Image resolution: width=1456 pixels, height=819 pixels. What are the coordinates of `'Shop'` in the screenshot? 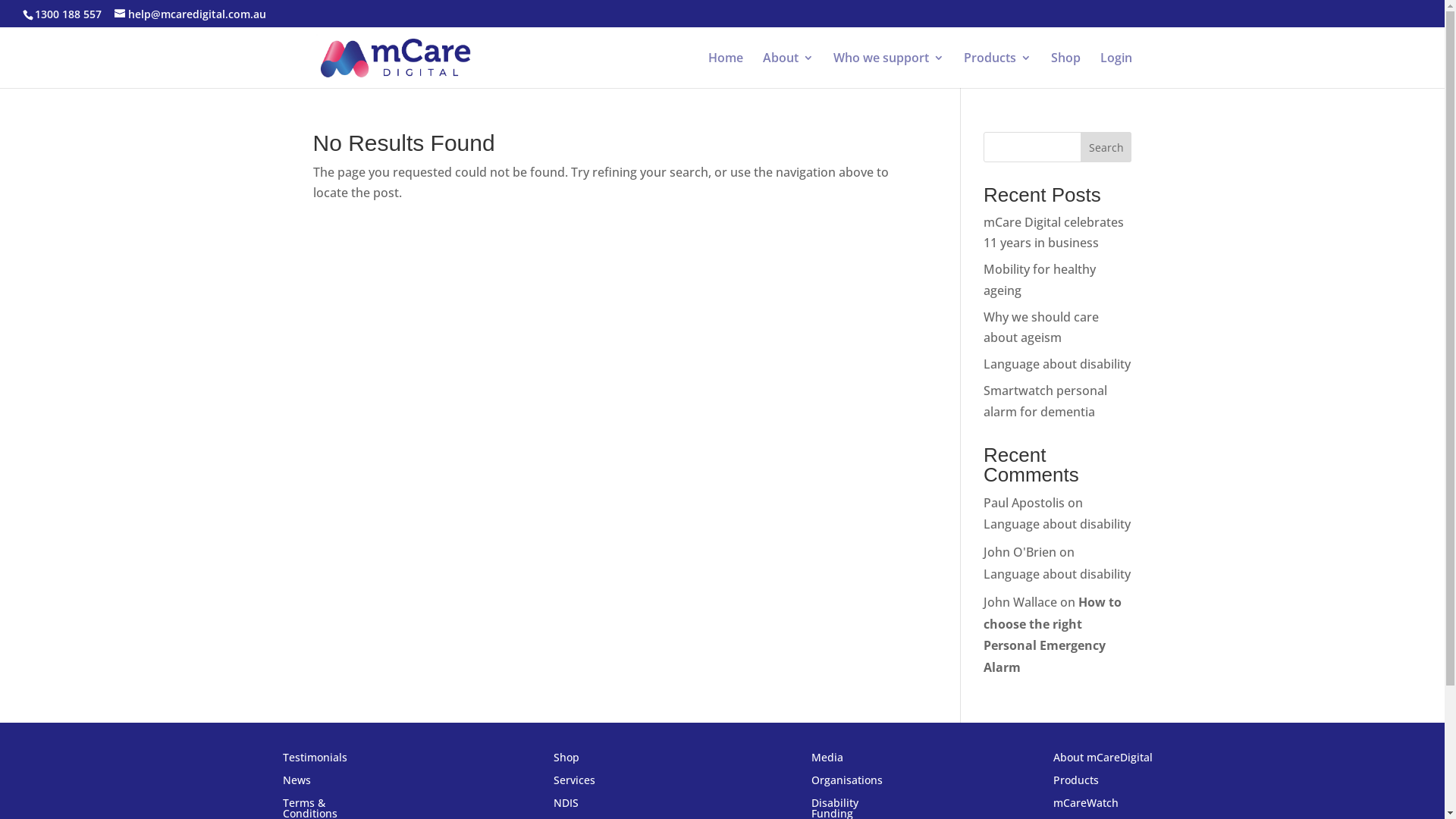 It's located at (1065, 70).